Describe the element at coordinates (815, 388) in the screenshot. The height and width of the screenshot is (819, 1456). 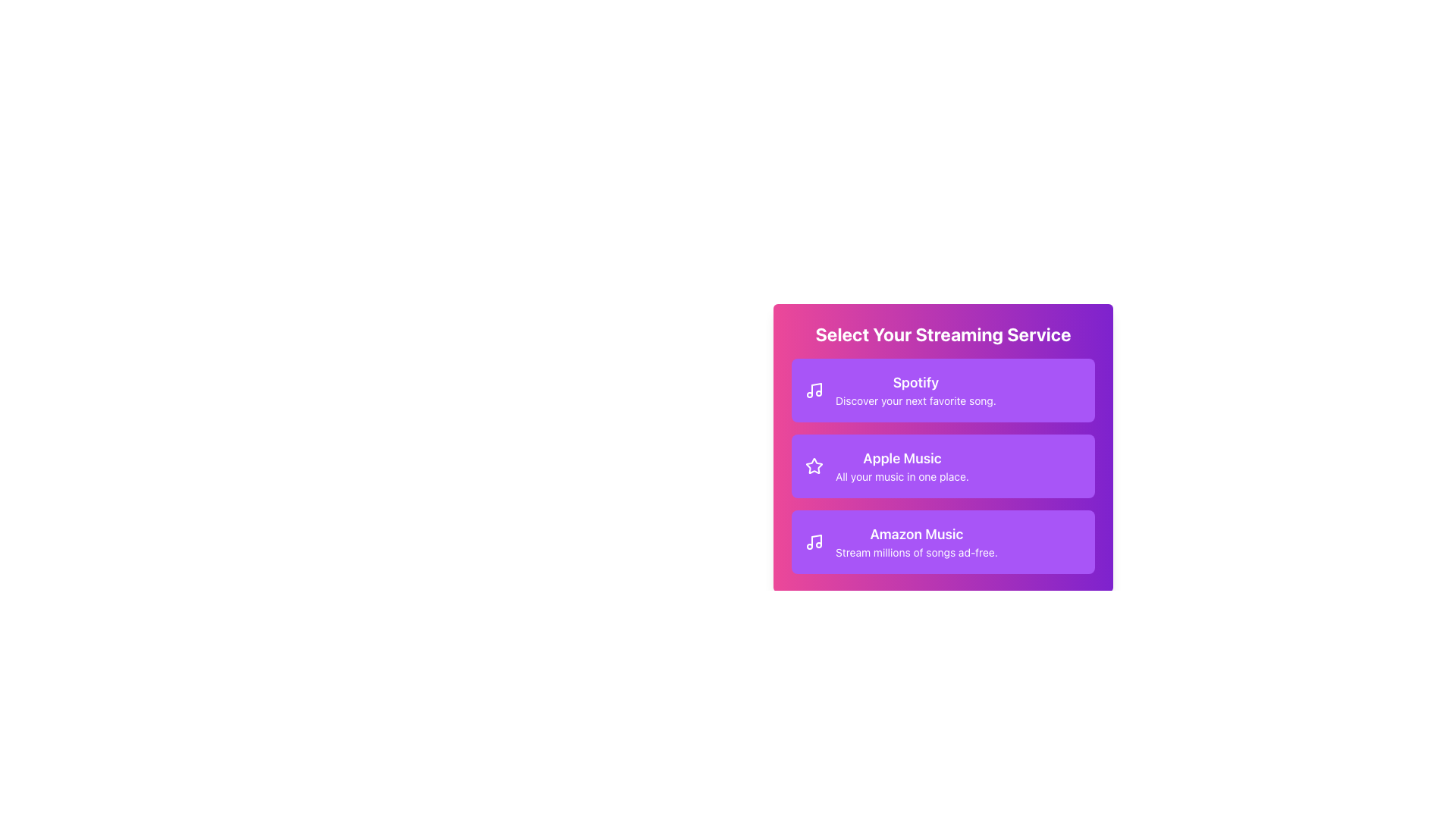
I see `the decorative part of the musical note icon representing the Spotify option, located to the left of the text 'Spotify' in the first option of the list inside the modal window` at that location.